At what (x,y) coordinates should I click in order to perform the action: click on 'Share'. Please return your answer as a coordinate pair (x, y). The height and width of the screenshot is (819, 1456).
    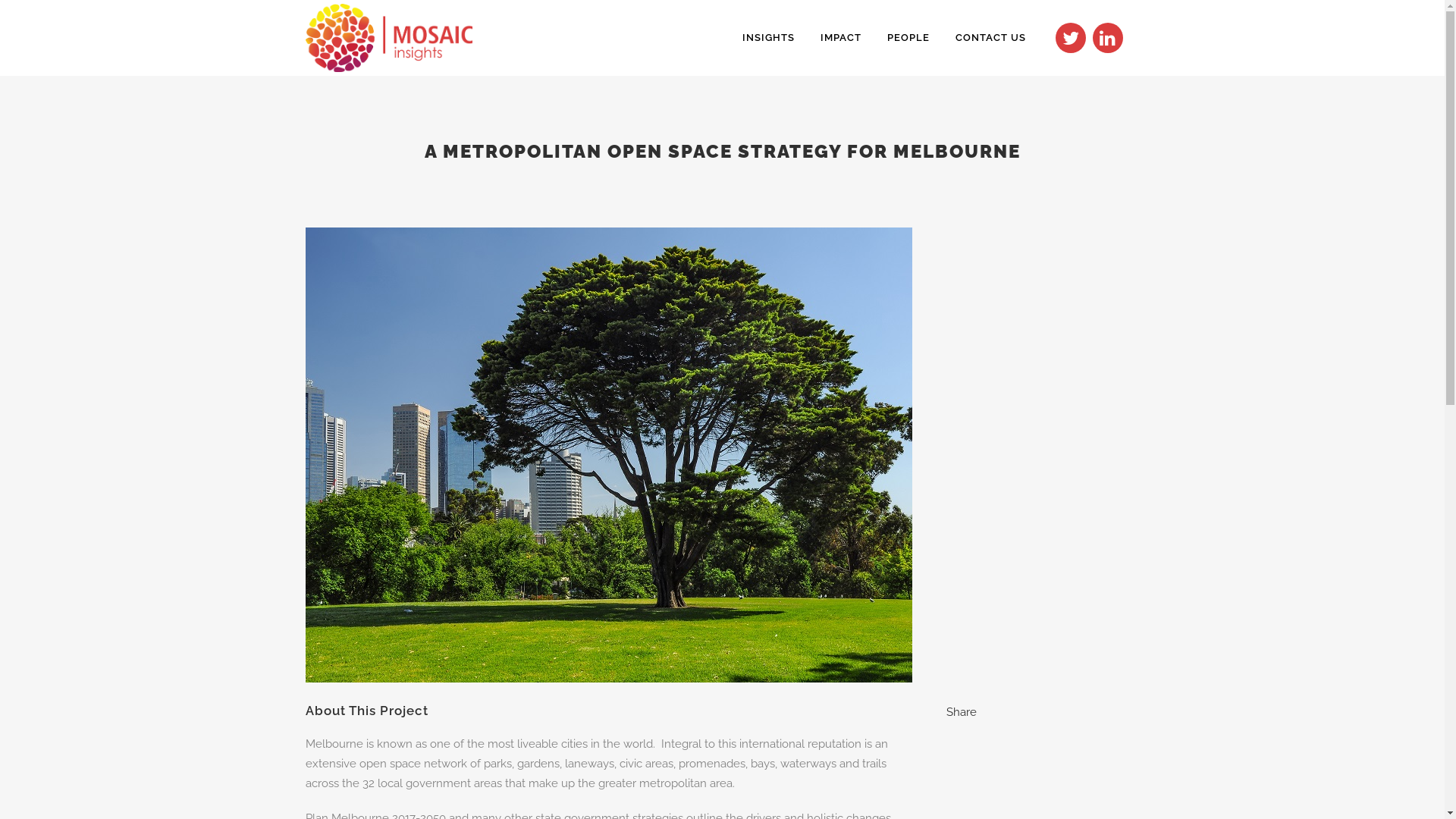
    Looking at the image, I should click on (960, 711).